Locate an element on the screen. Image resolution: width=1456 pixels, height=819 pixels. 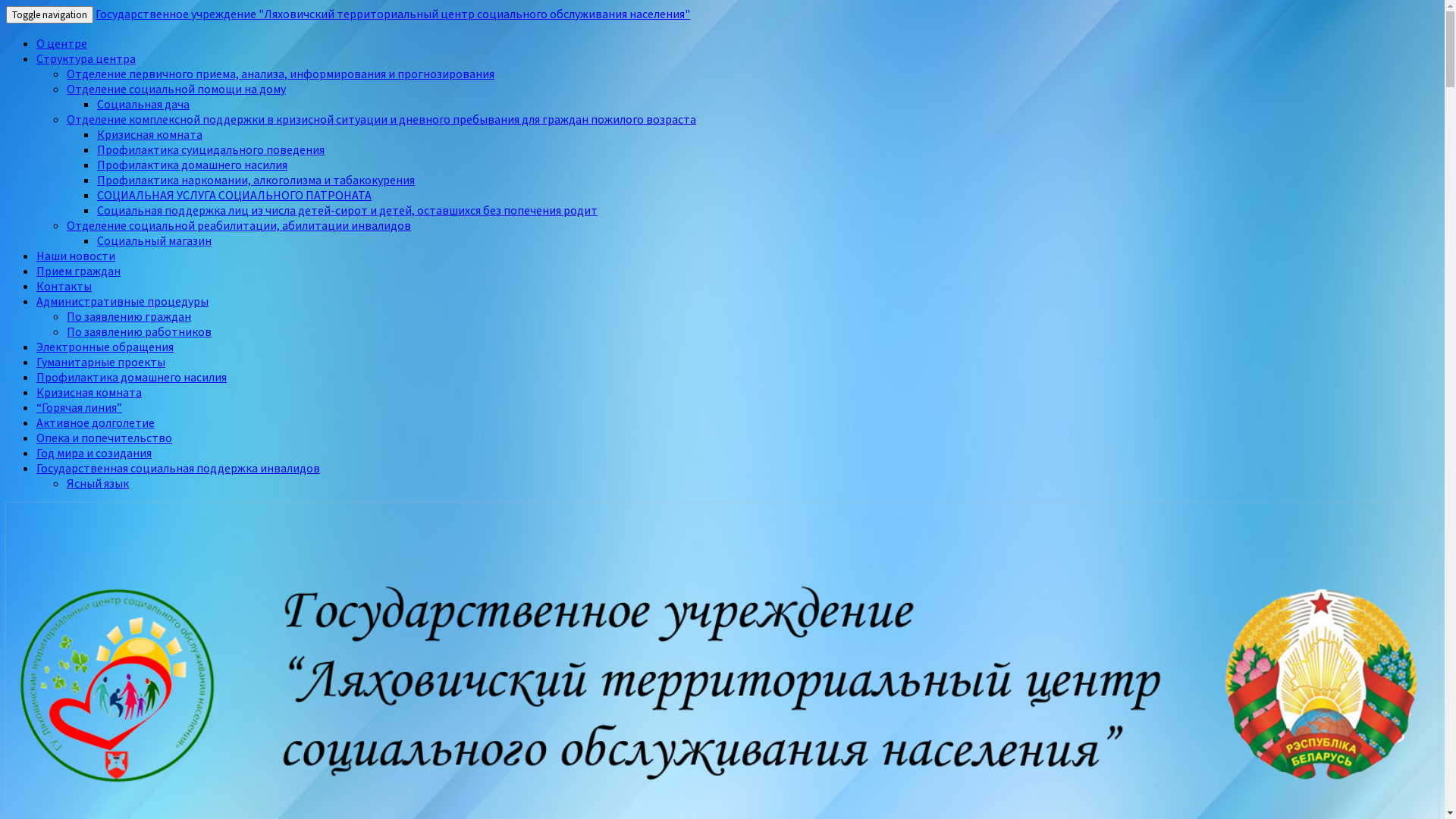
'Toggle navigation' is located at coordinates (49, 14).